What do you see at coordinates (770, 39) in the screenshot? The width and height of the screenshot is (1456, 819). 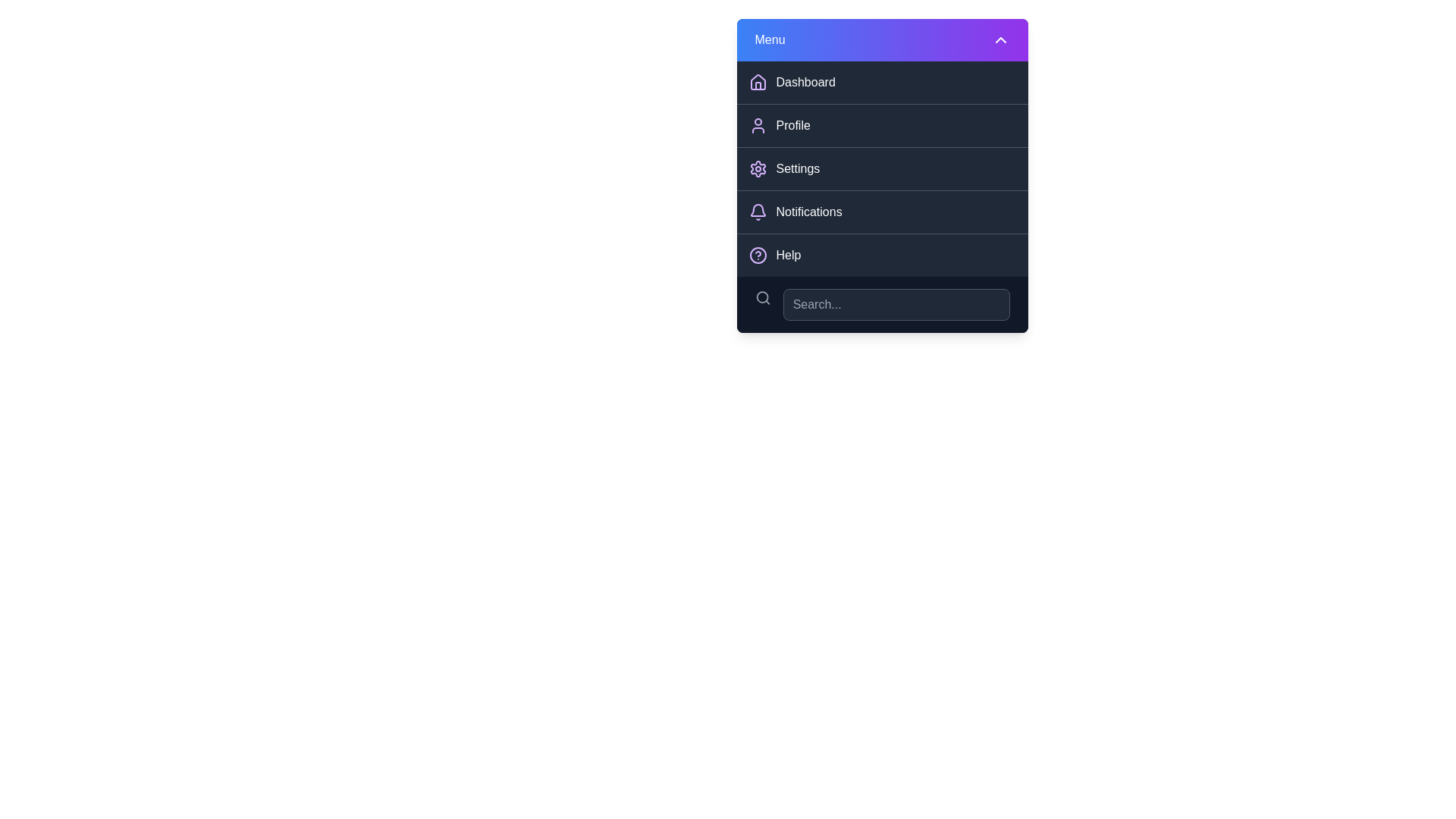 I see `the 'Menu' text label that is displayed in white font within a gradient button with a blue-to-purple background, located at the top-left corner of the button in a vertical menu layout` at bounding box center [770, 39].